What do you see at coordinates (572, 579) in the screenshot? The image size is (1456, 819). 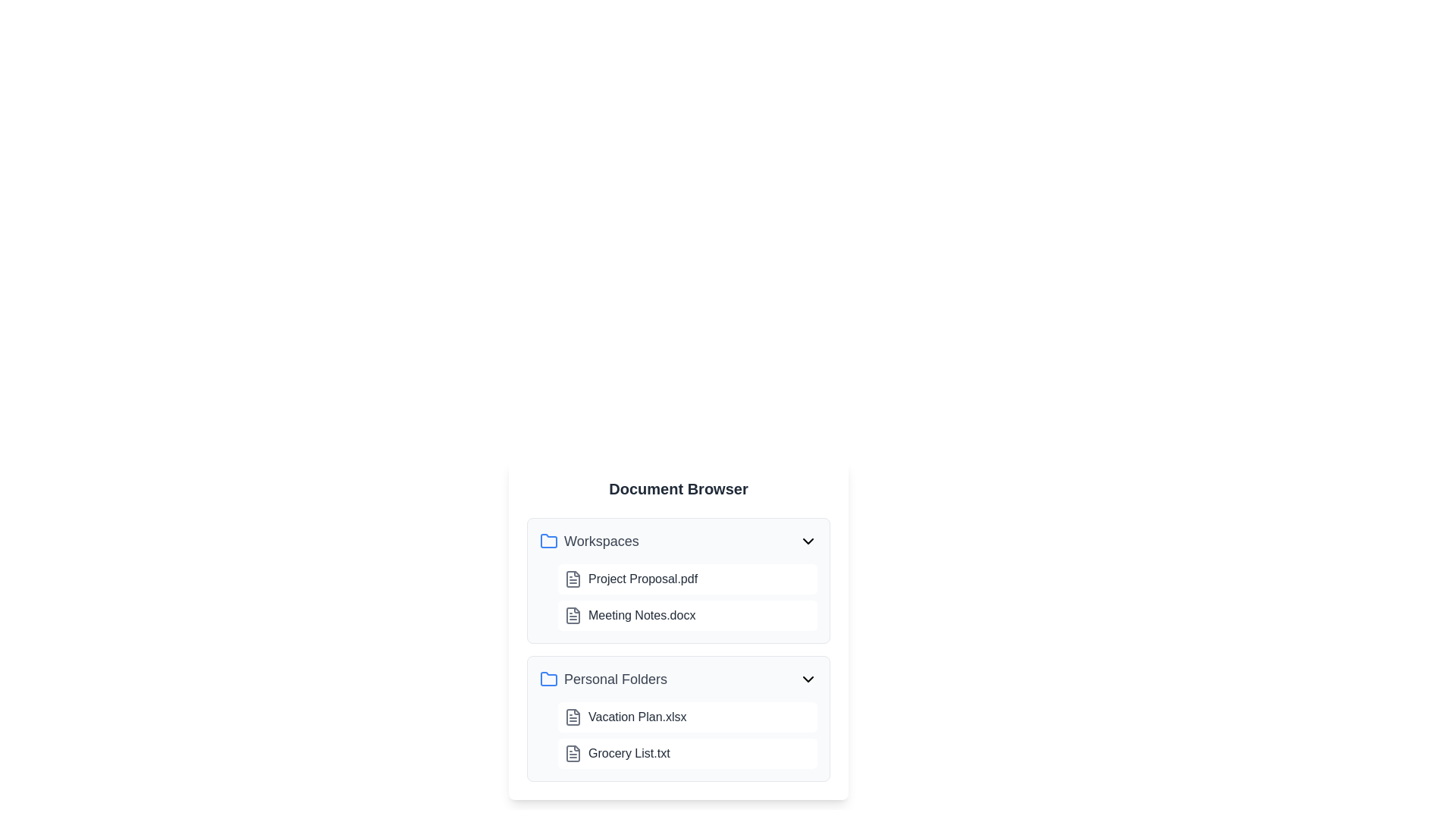 I see `the document icon representing 'Project Proposal.pdf'` at bounding box center [572, 579].